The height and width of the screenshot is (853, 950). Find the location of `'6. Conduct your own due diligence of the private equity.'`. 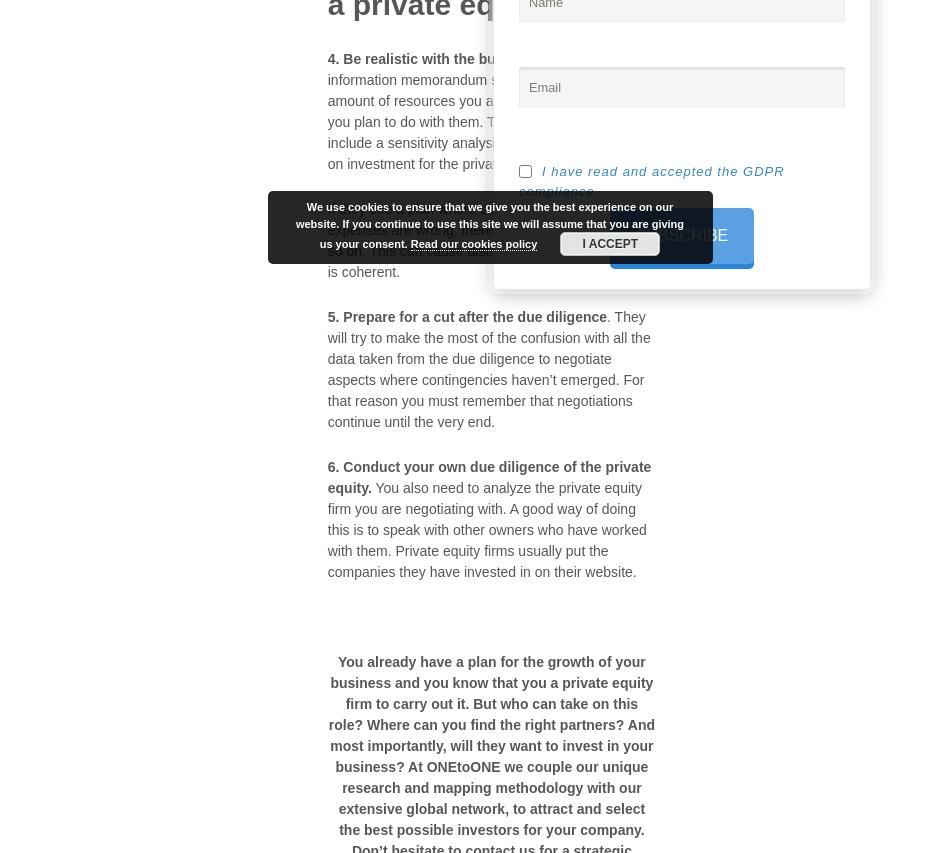

'6. Conduct your own due diligence of the private equity.' is located at coordinates (325, 475).